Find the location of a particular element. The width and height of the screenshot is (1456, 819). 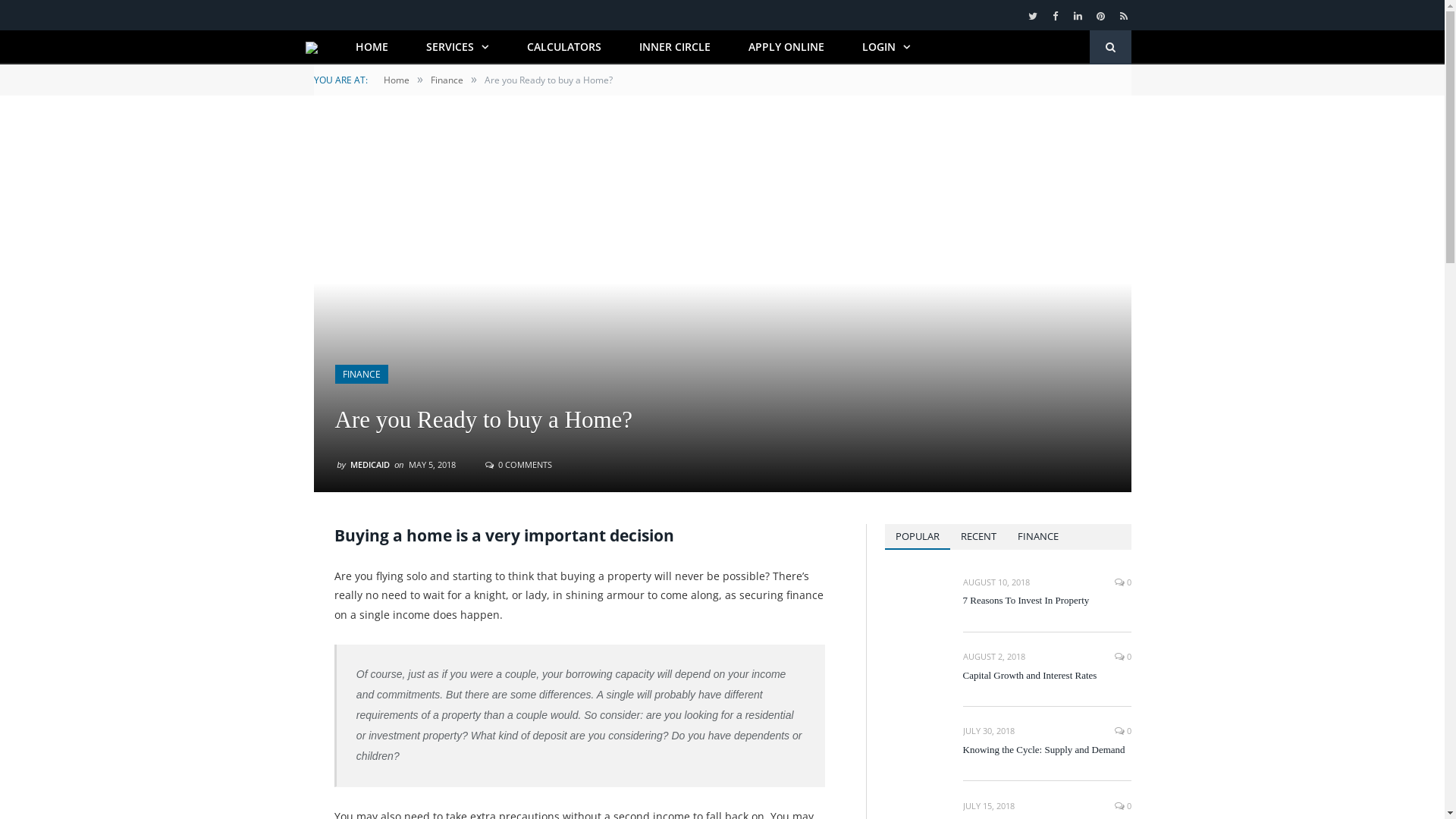

'LOGIN' is located at coordinates (886, 46).